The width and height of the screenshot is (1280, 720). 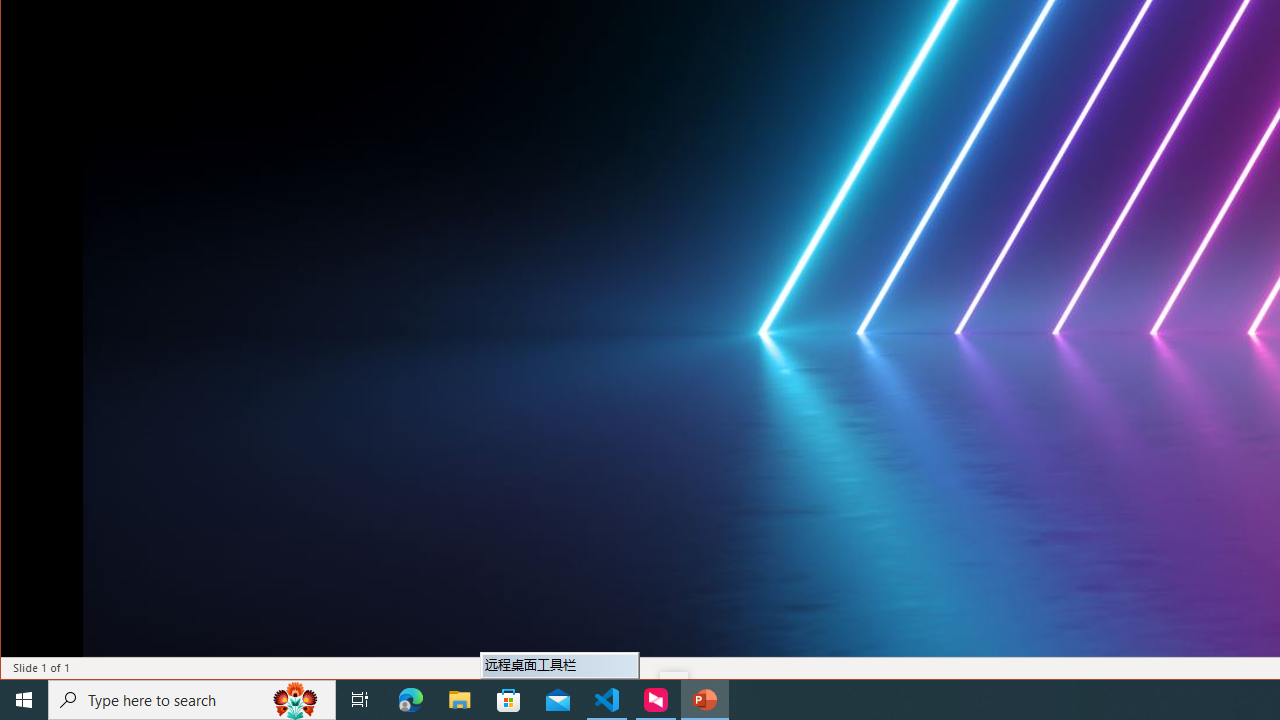 What do you see at coordinates (410, 698) in the screenshot?
I see `'Microsoft Edge'` at bounding box center [410, 698].